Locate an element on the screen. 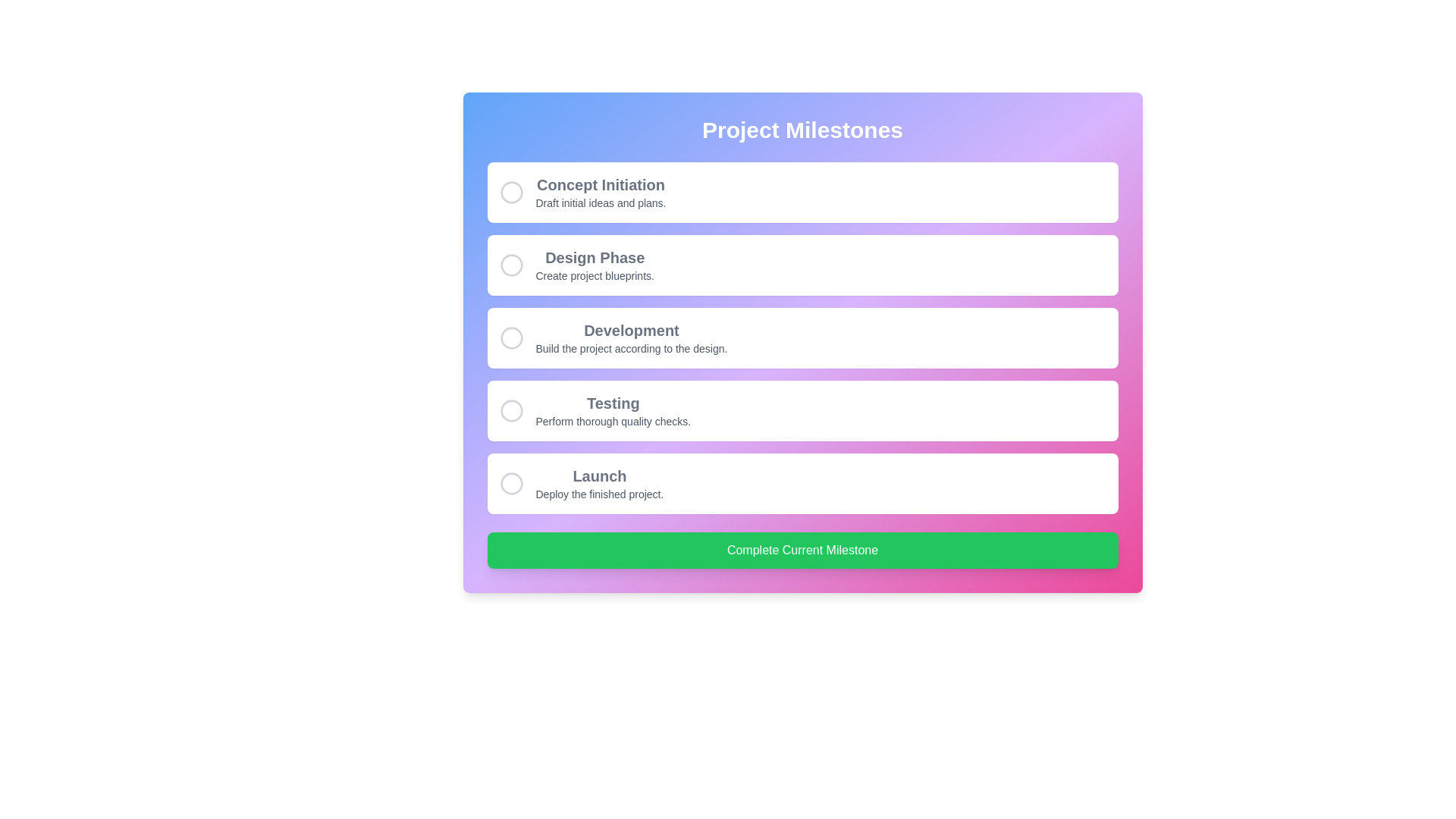 This screenshot has width=1456, height=819. text of the milestone list item labeled 'Development' which provides details about building the project according to the design is located at coordinates (631, 337).